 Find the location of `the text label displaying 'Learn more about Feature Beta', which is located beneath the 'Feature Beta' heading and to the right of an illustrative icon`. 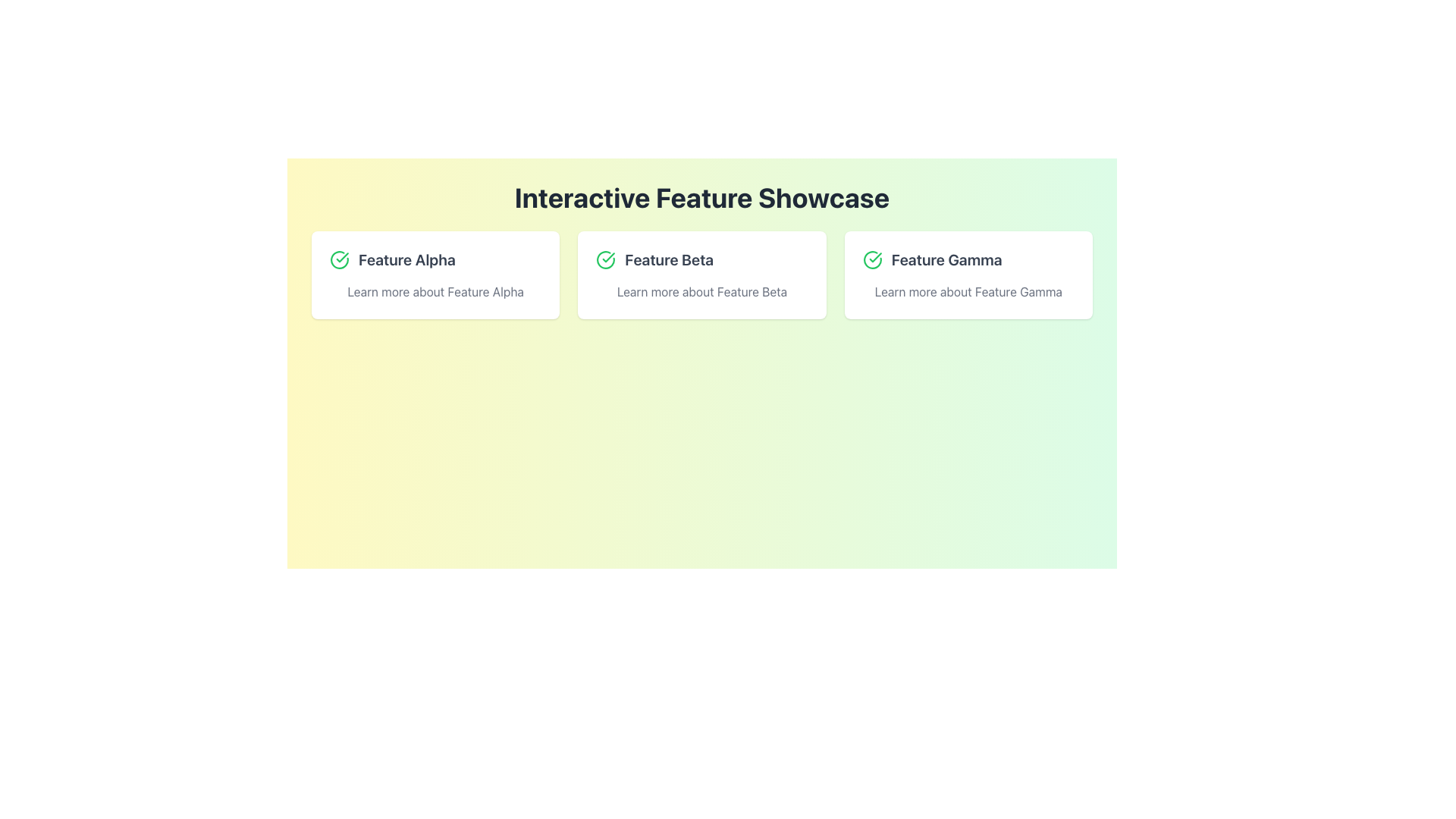

the text label displaying 'Learn more about Feature Beta', which is located beneath the 'Feature Beta' heading and to the right of an illustrative icon is located at coordinates (701, 292).